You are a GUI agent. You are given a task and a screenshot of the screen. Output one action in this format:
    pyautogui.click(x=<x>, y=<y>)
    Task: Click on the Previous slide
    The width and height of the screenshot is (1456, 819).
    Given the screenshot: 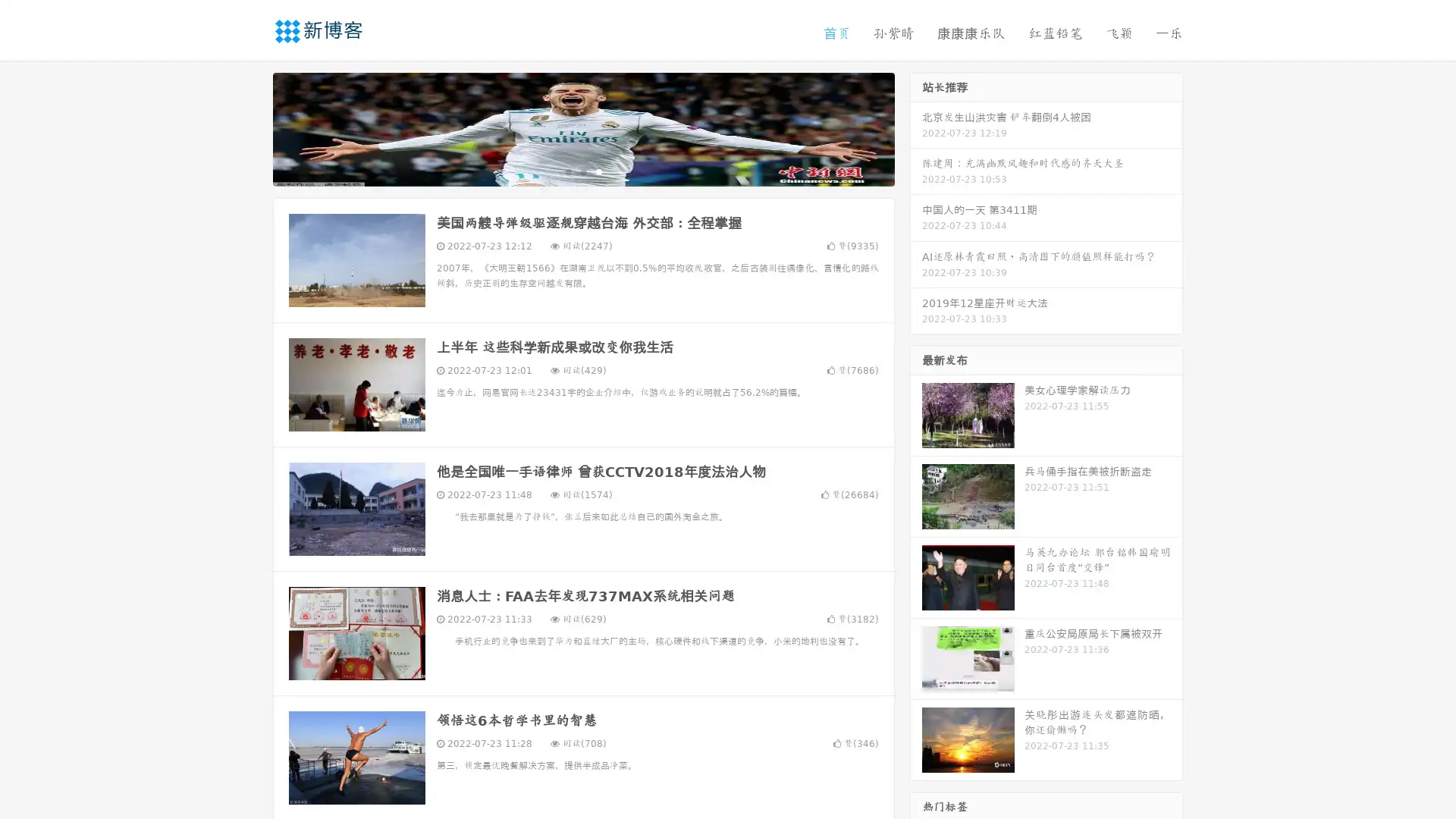 What is the action you would take?
    pyautogui.click(x=250, y=127)
    